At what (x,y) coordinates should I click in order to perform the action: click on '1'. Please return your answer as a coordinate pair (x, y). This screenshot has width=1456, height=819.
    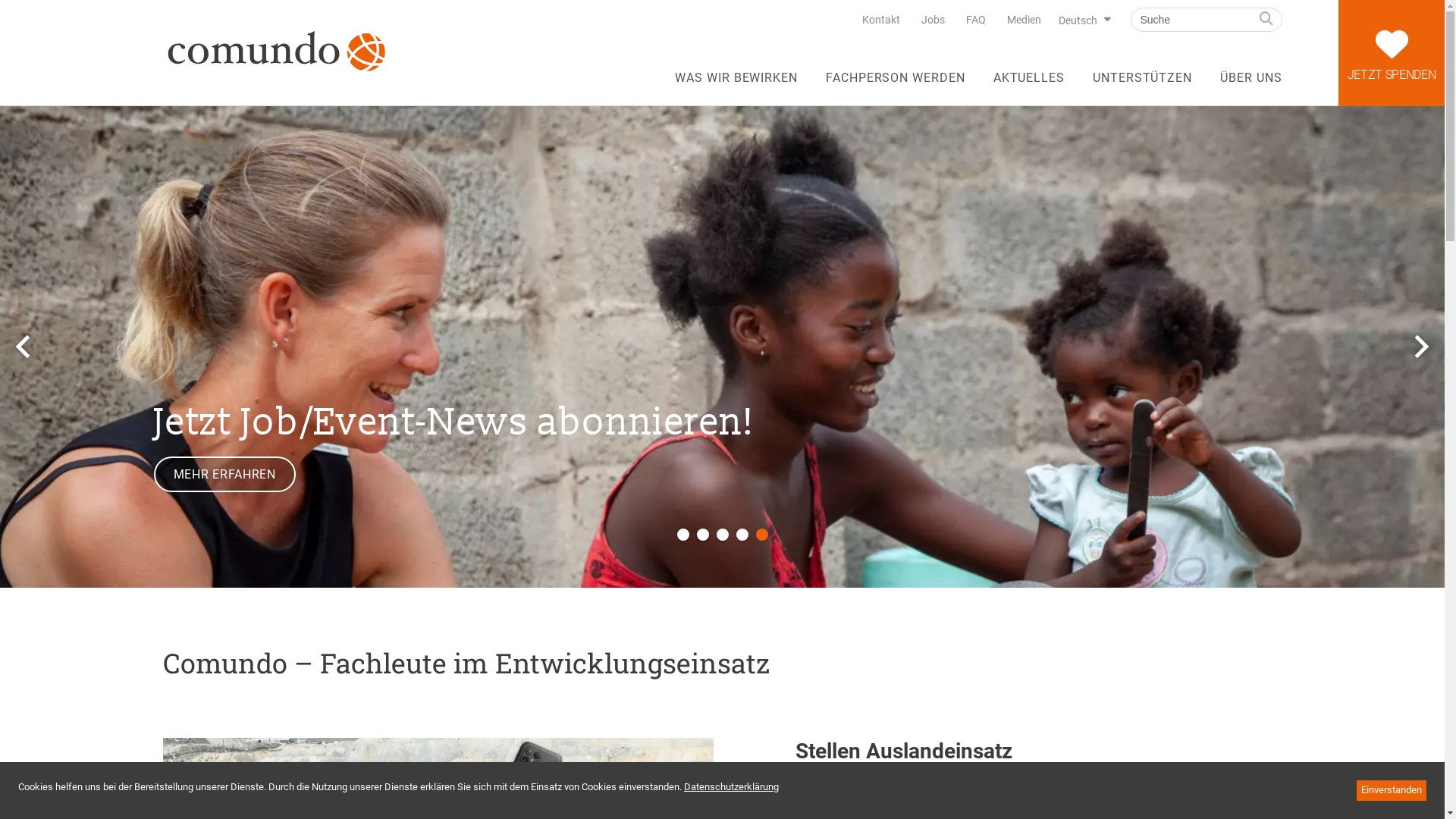
    Looking at the image, I should click on (682, 534).